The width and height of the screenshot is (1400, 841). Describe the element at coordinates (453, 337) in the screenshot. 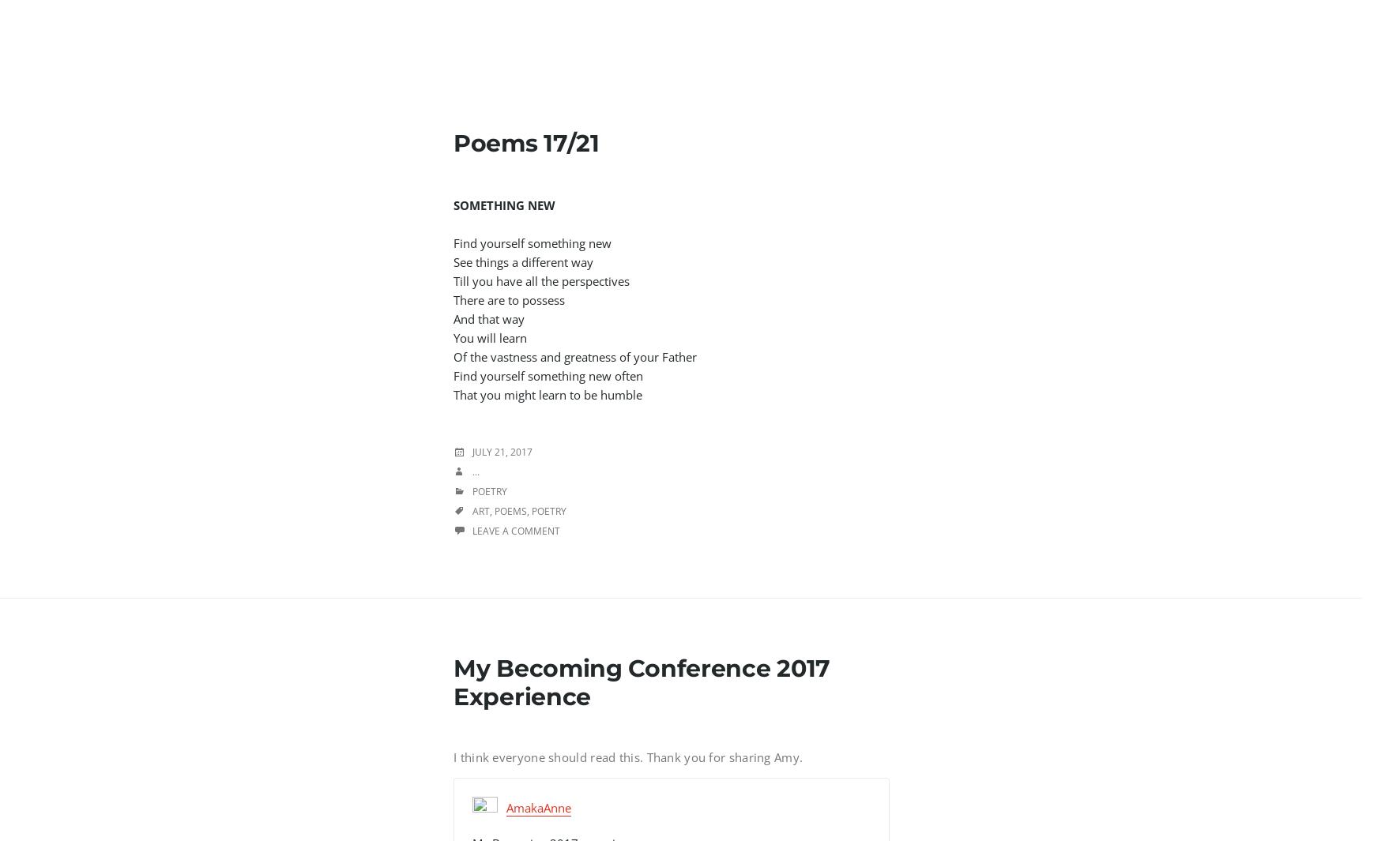

I see `'You will learn'` at that location.